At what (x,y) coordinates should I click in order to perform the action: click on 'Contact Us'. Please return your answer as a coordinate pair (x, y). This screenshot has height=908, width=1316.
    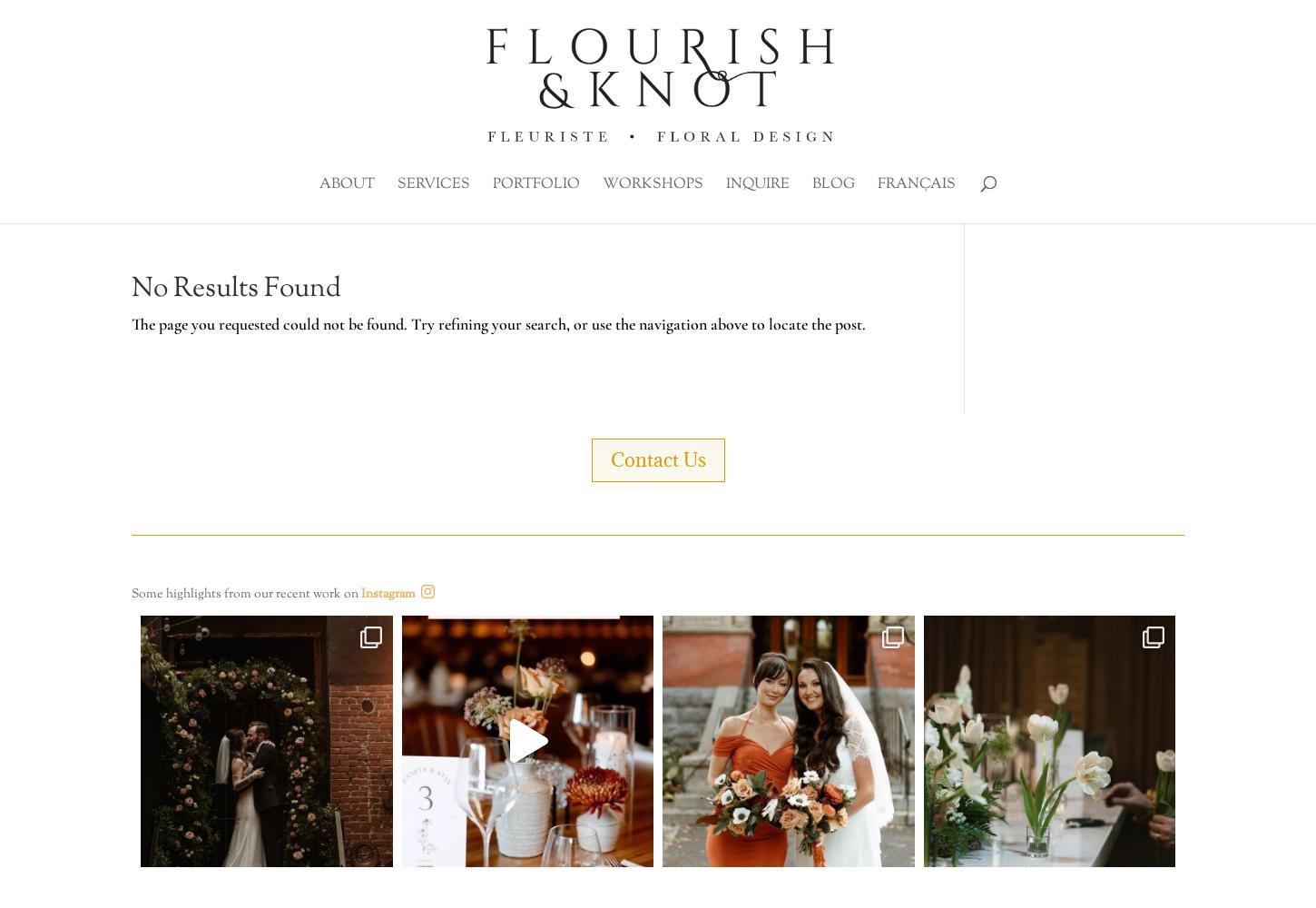
    Looking at the image, I should click on (608, 459).